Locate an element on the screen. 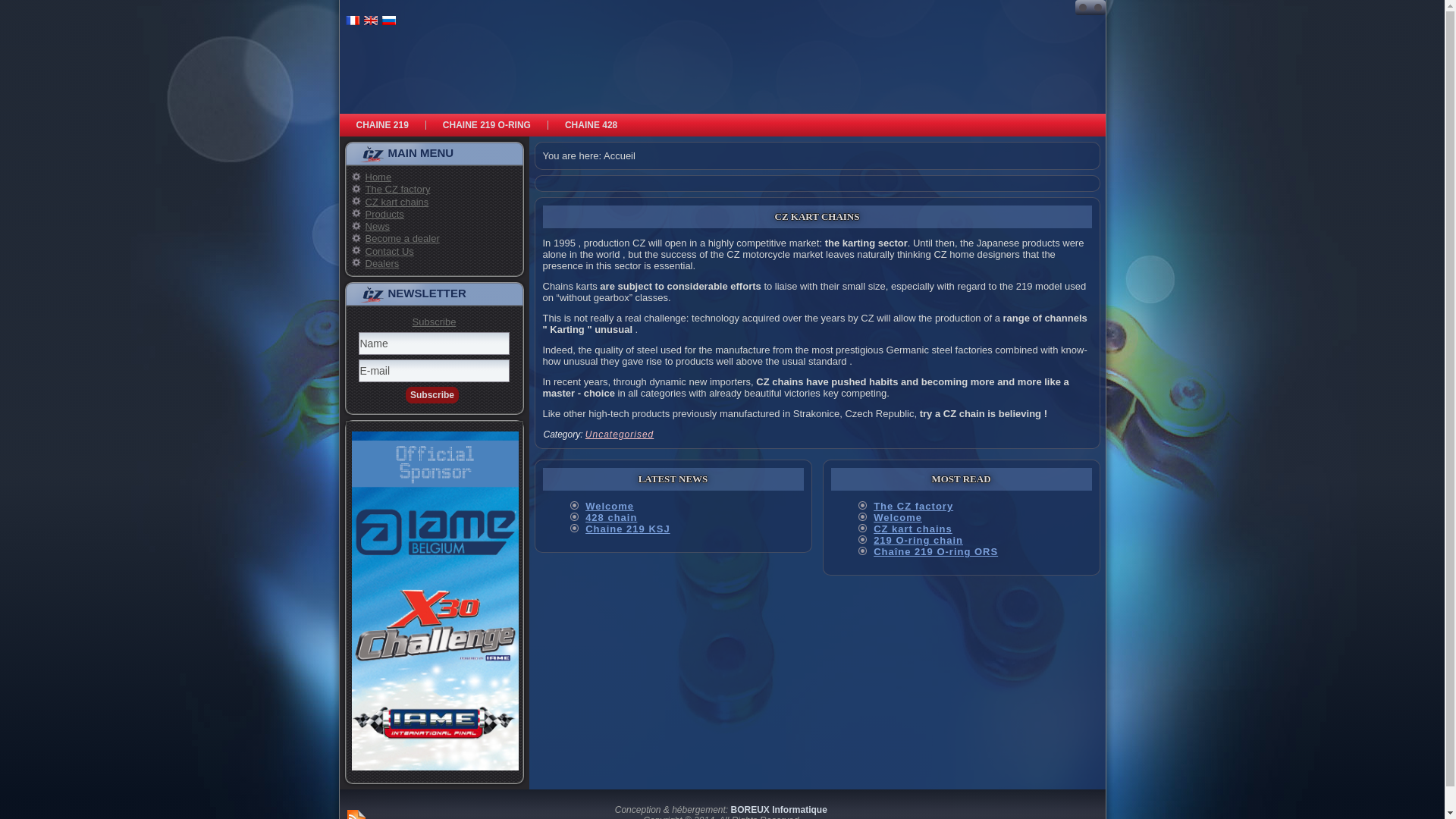 This screenshot has height=819, width=1456. 'Subscribe' is located at coordinates (433, 321).